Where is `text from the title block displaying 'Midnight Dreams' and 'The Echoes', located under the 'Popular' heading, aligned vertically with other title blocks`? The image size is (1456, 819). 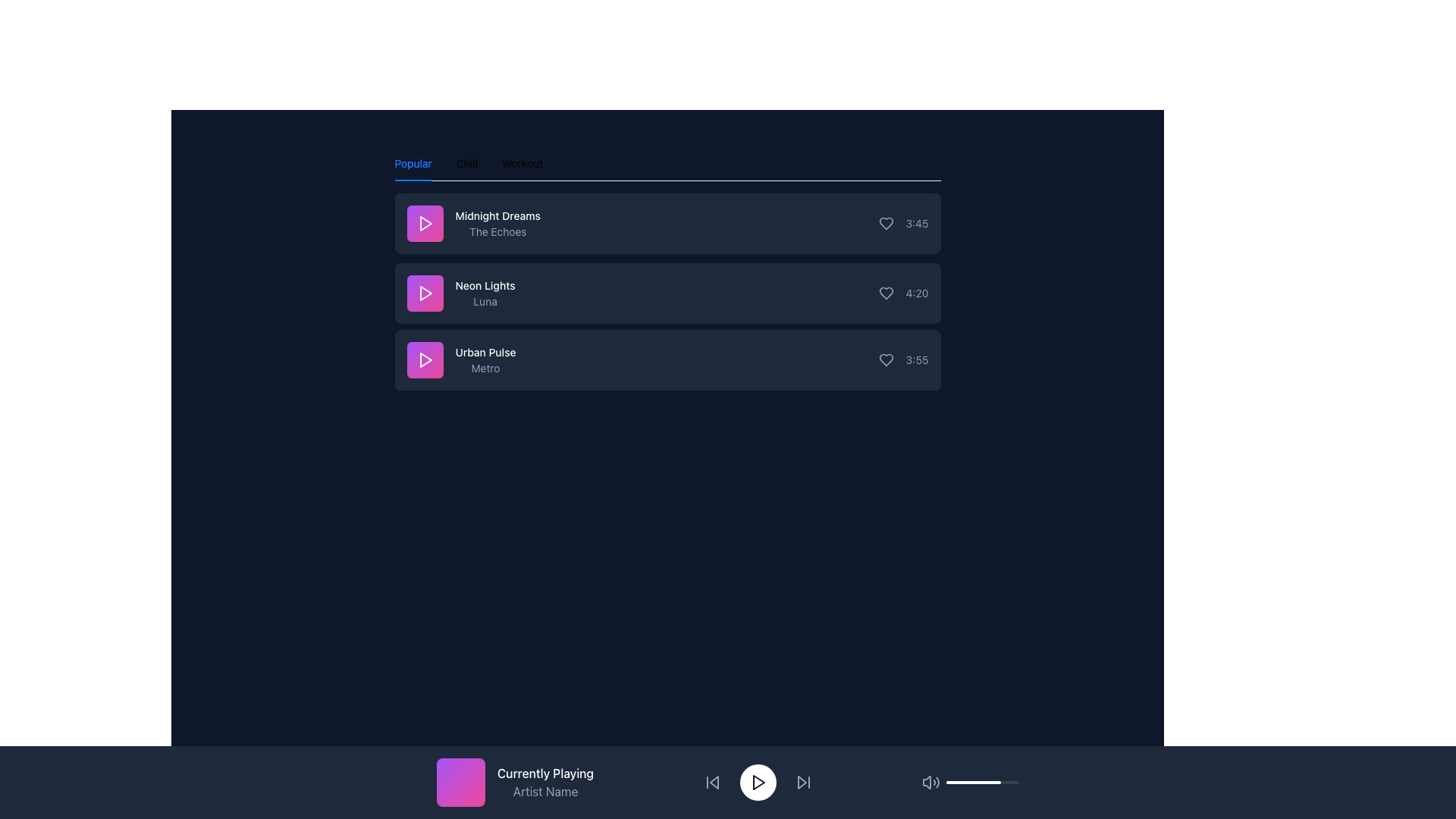
text from the title block displaying 'Midnight Dreams' and 'The Echoes', located under the 'Popular' heading, aligned vertically with other title blocks is located at coordinates (497, 223).